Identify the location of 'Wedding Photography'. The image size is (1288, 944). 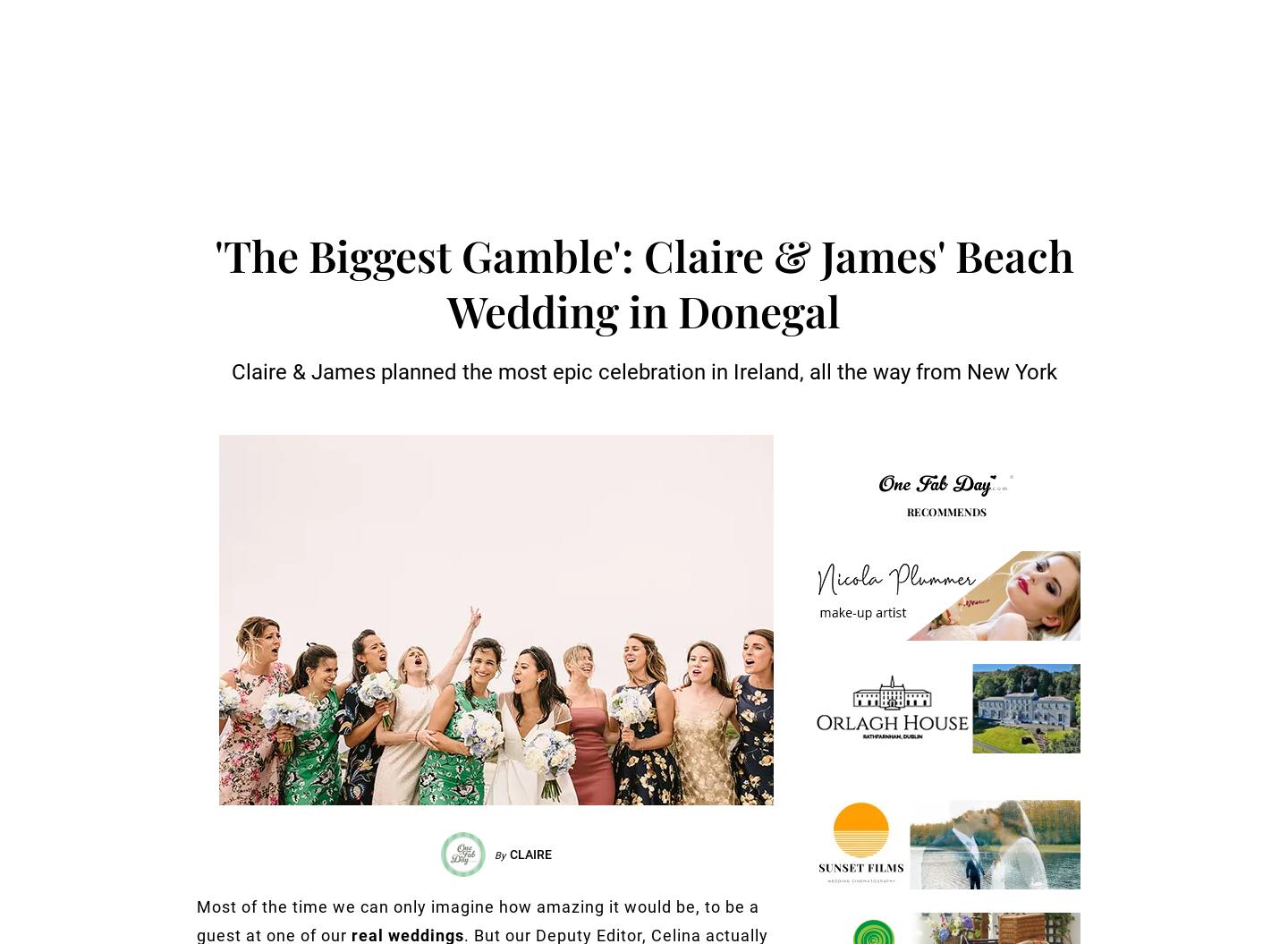
(519, 127).